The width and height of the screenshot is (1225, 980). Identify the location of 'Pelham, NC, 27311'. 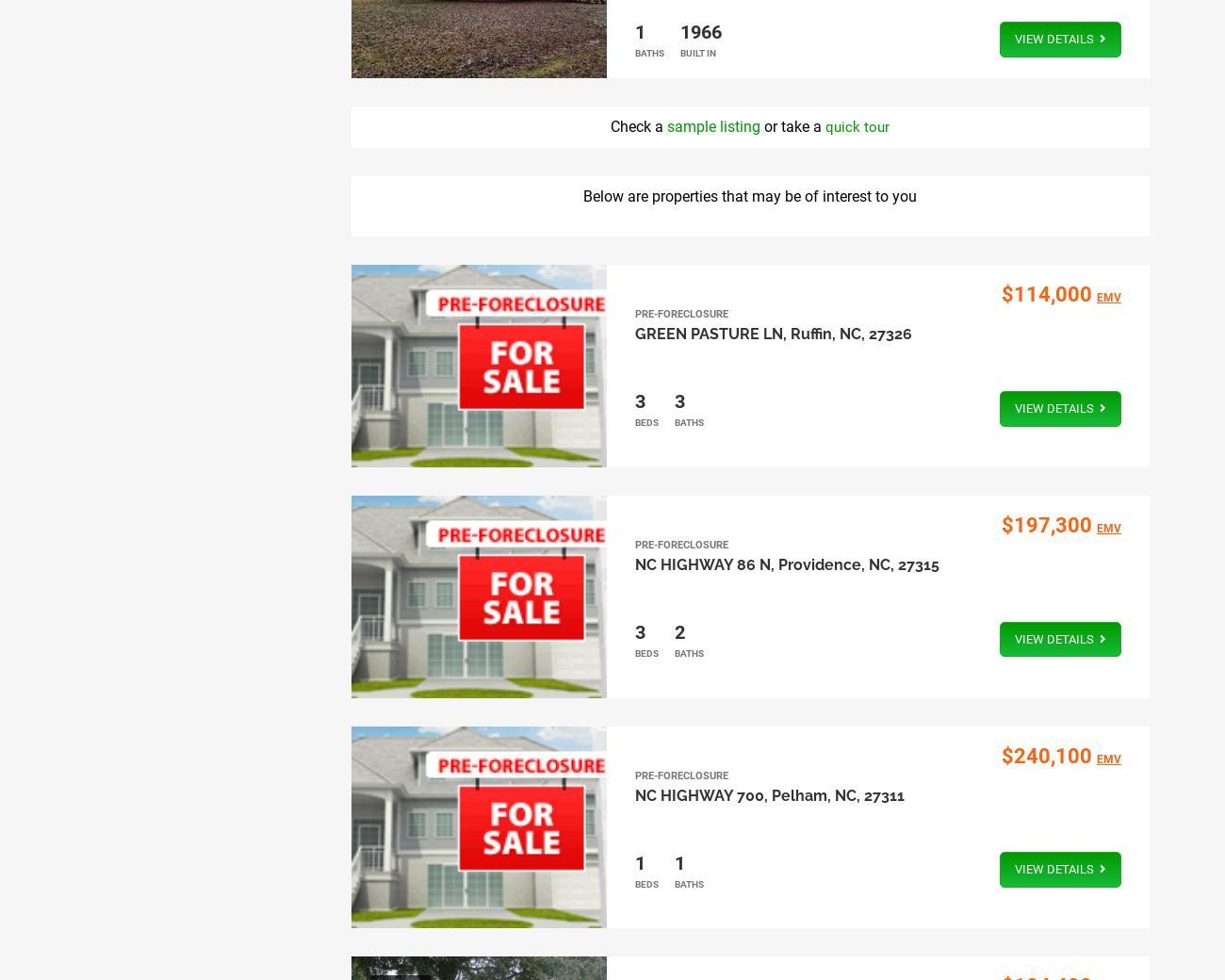
(836, 793).